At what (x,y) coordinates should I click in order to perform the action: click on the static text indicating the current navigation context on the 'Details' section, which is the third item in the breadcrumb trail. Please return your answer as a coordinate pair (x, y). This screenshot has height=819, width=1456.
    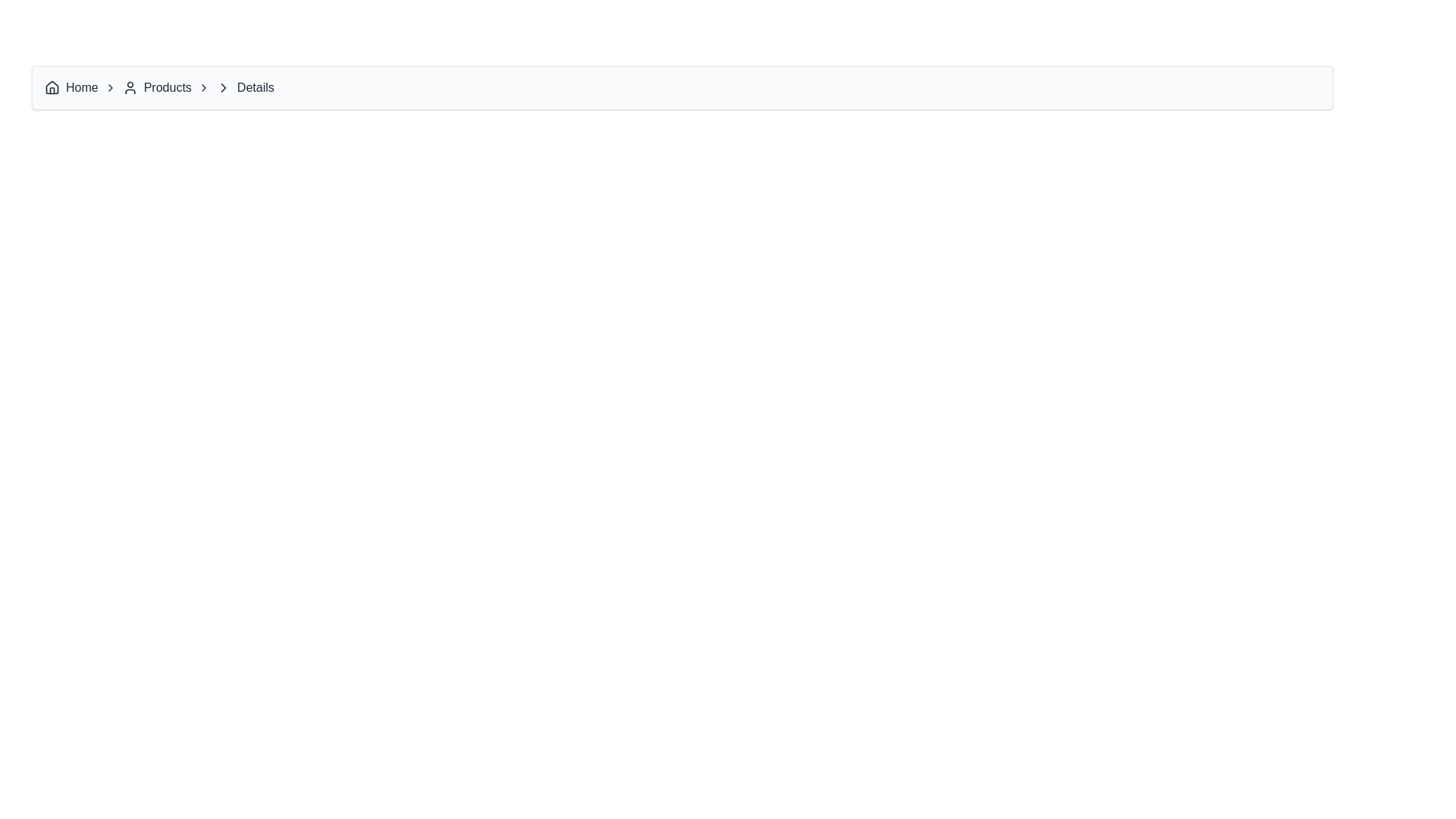
    Looking at the image, I should click on (245, 87).